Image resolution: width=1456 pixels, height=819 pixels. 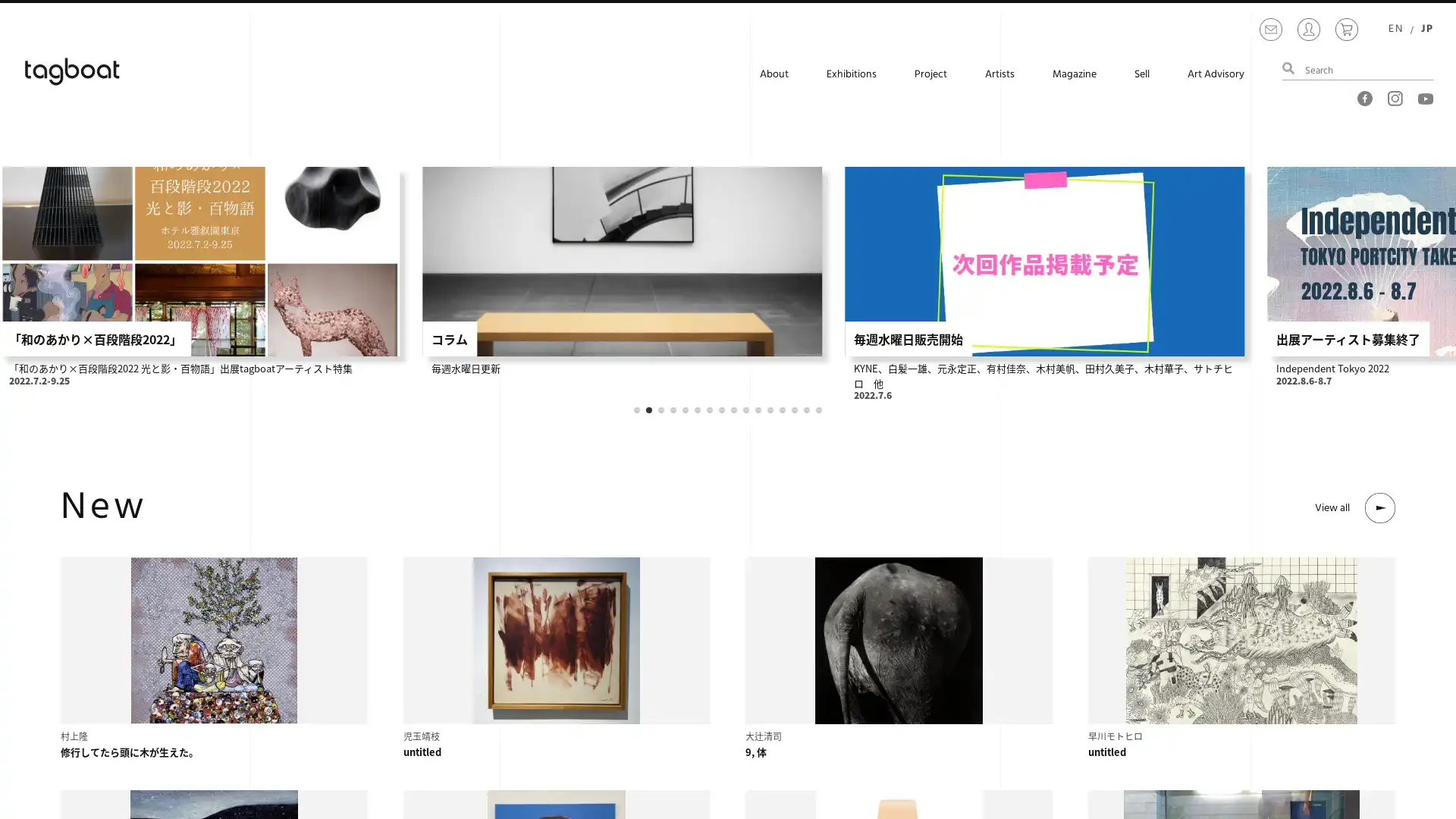 What do you see at coordinates (637, 409) in the screenshot?
I see `Go to slide 1` at bounding box center [637, 409].